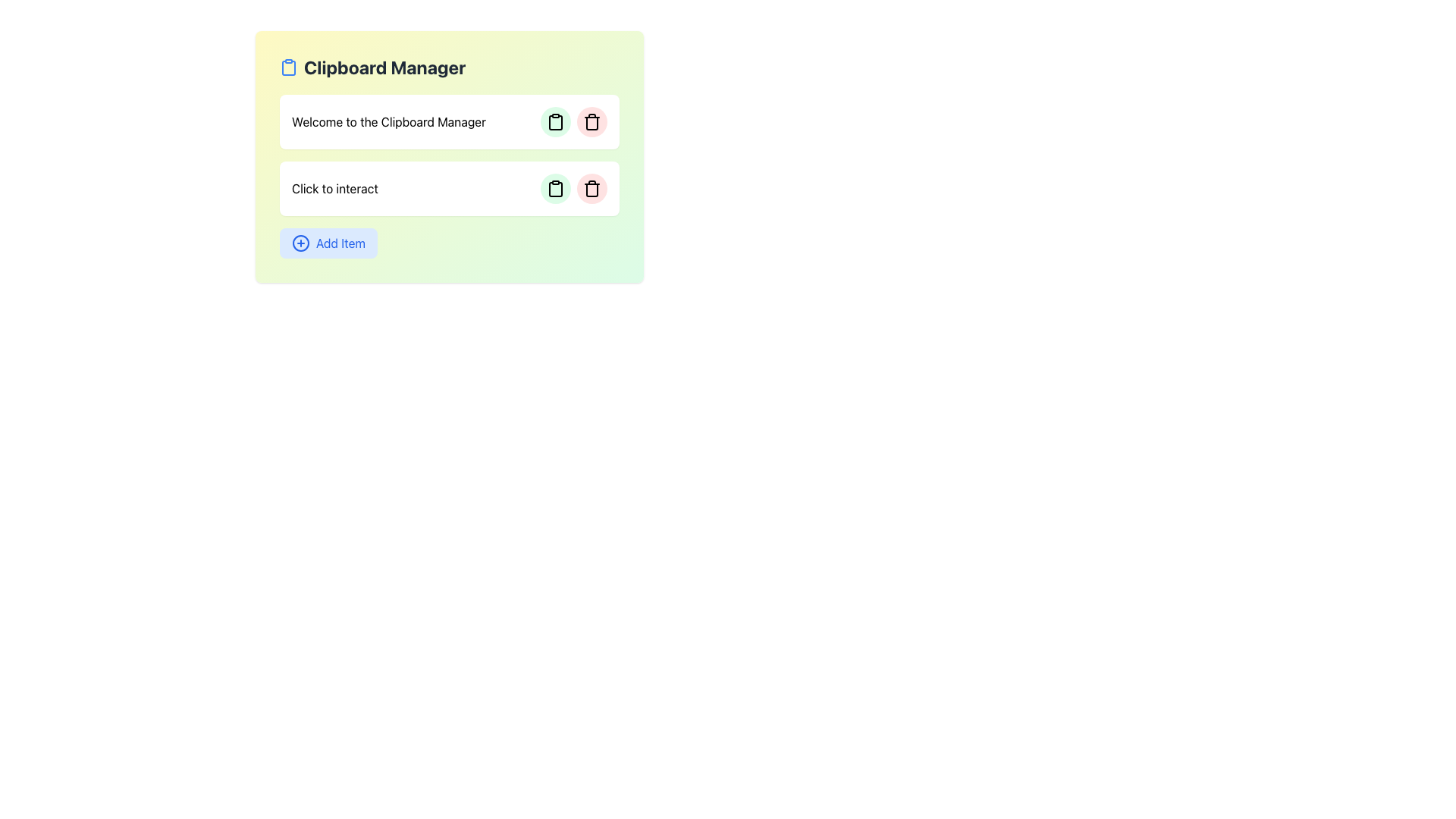  I want to click on the iconography associated with the SVG Circle Element located at the center of the 'Add Item' button, so click(301, 242).